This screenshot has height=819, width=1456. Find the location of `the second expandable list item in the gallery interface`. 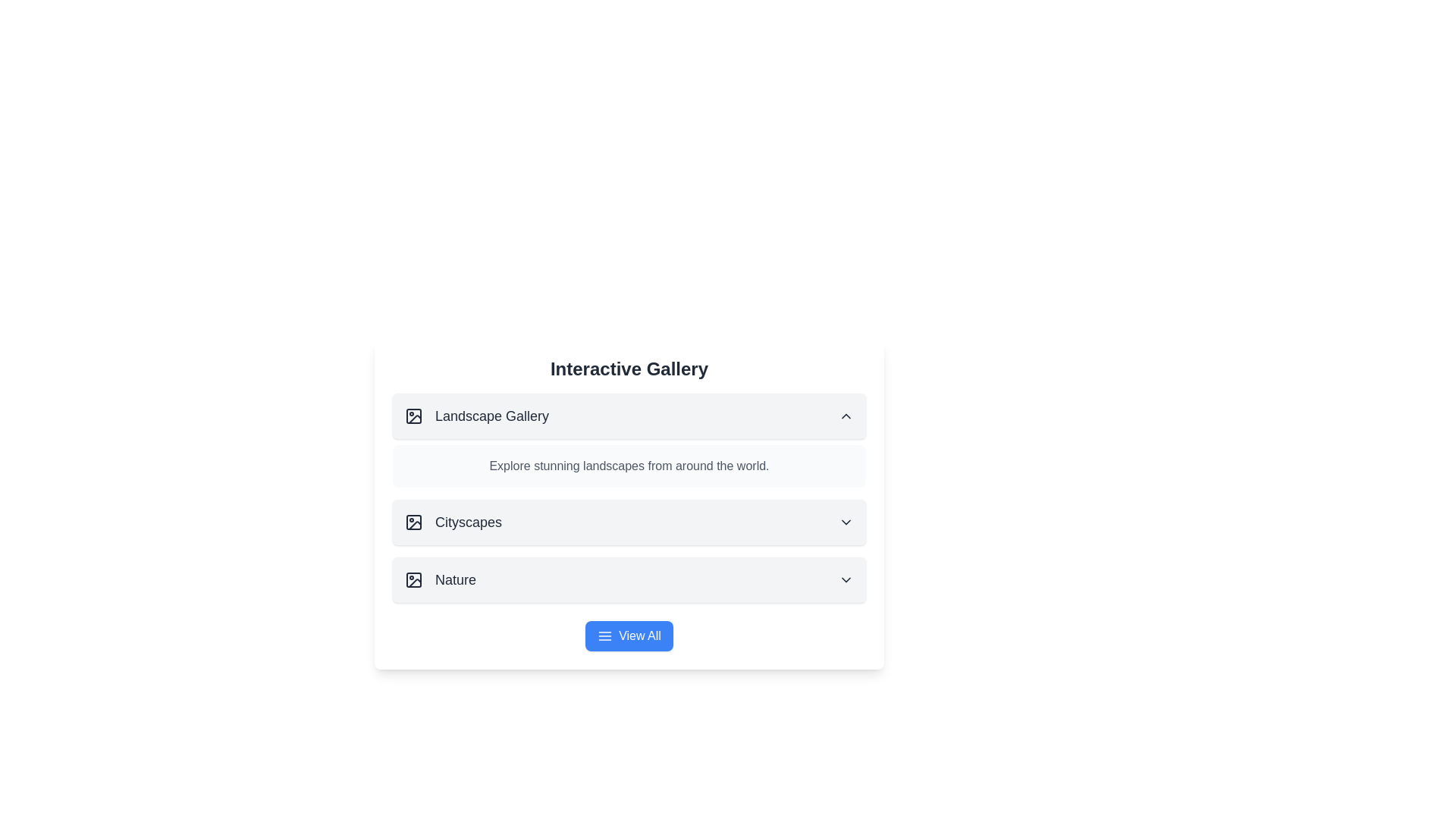

the second expandable list item in the gallery interface is located at coordinates (629, 522).